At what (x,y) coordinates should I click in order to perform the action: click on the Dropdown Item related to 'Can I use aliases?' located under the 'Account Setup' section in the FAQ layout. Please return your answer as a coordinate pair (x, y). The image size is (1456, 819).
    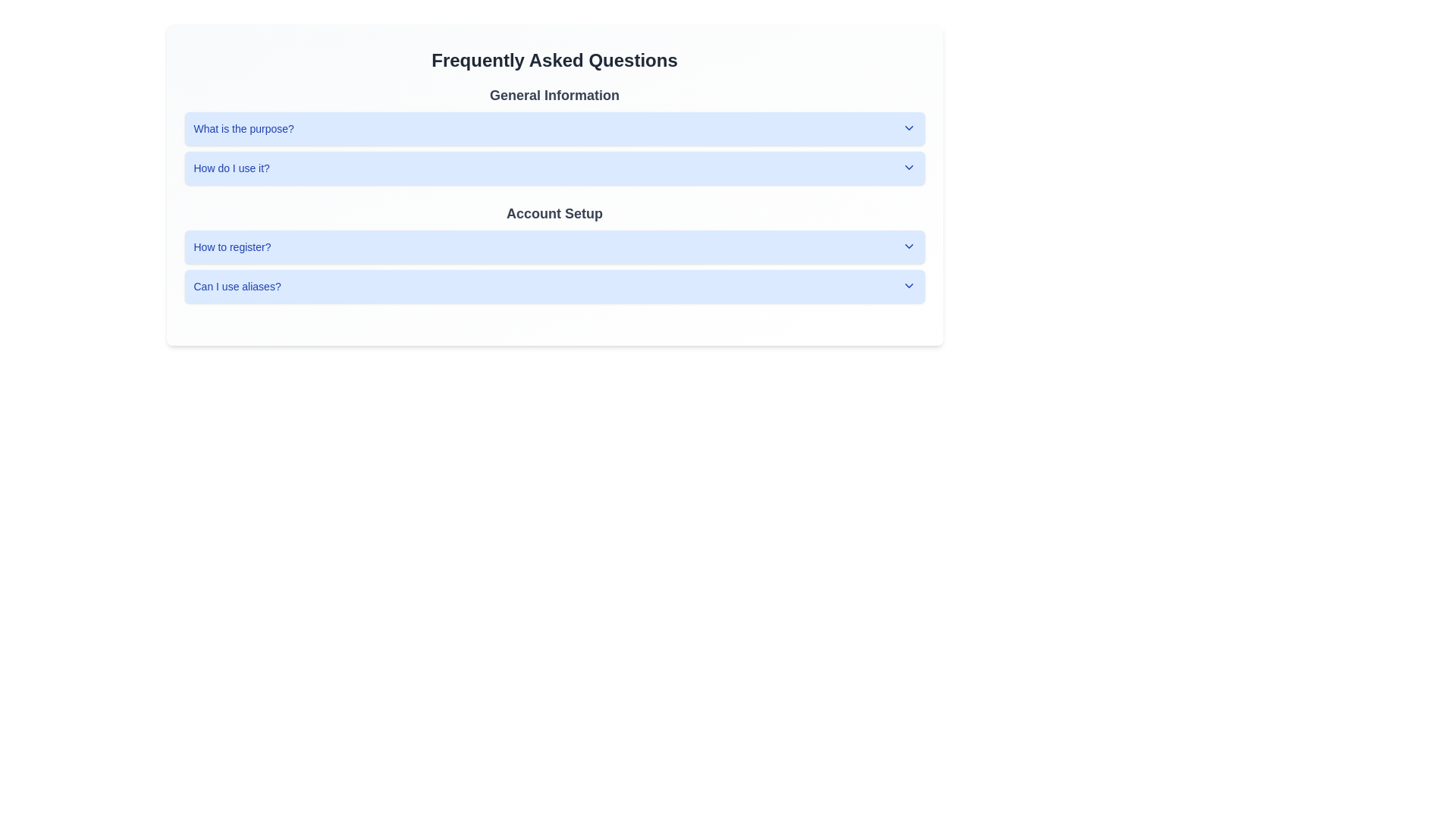
    Looking at the image, I should click on (554, 287).